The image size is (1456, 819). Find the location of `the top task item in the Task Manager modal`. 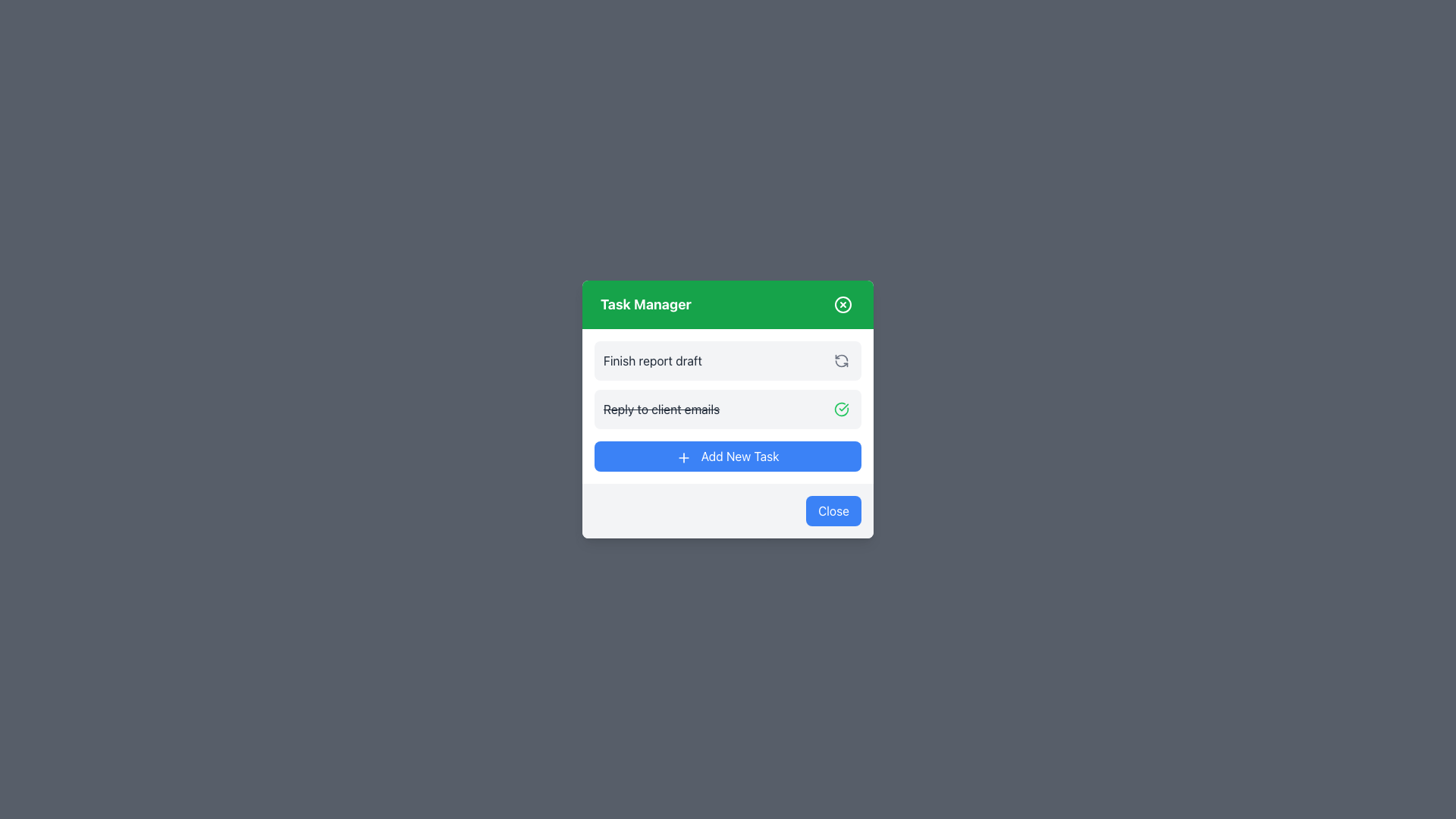

the top task item in the Task Manager modal is located at coordinates (728, 360).